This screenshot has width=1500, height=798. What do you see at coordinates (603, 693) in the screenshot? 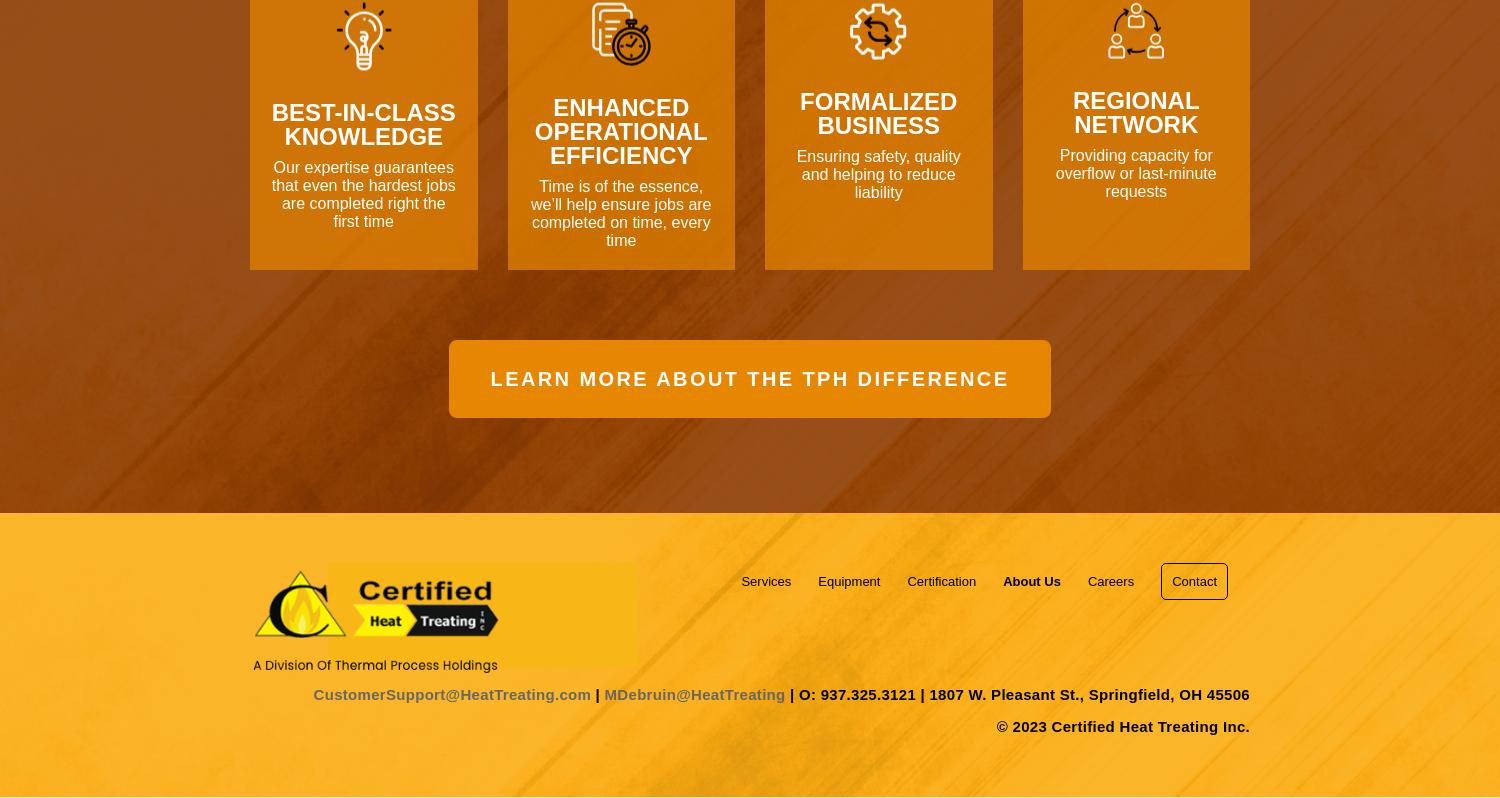
I see `'MDebruin@HeatTreating'` at bounding box center [603, 693].